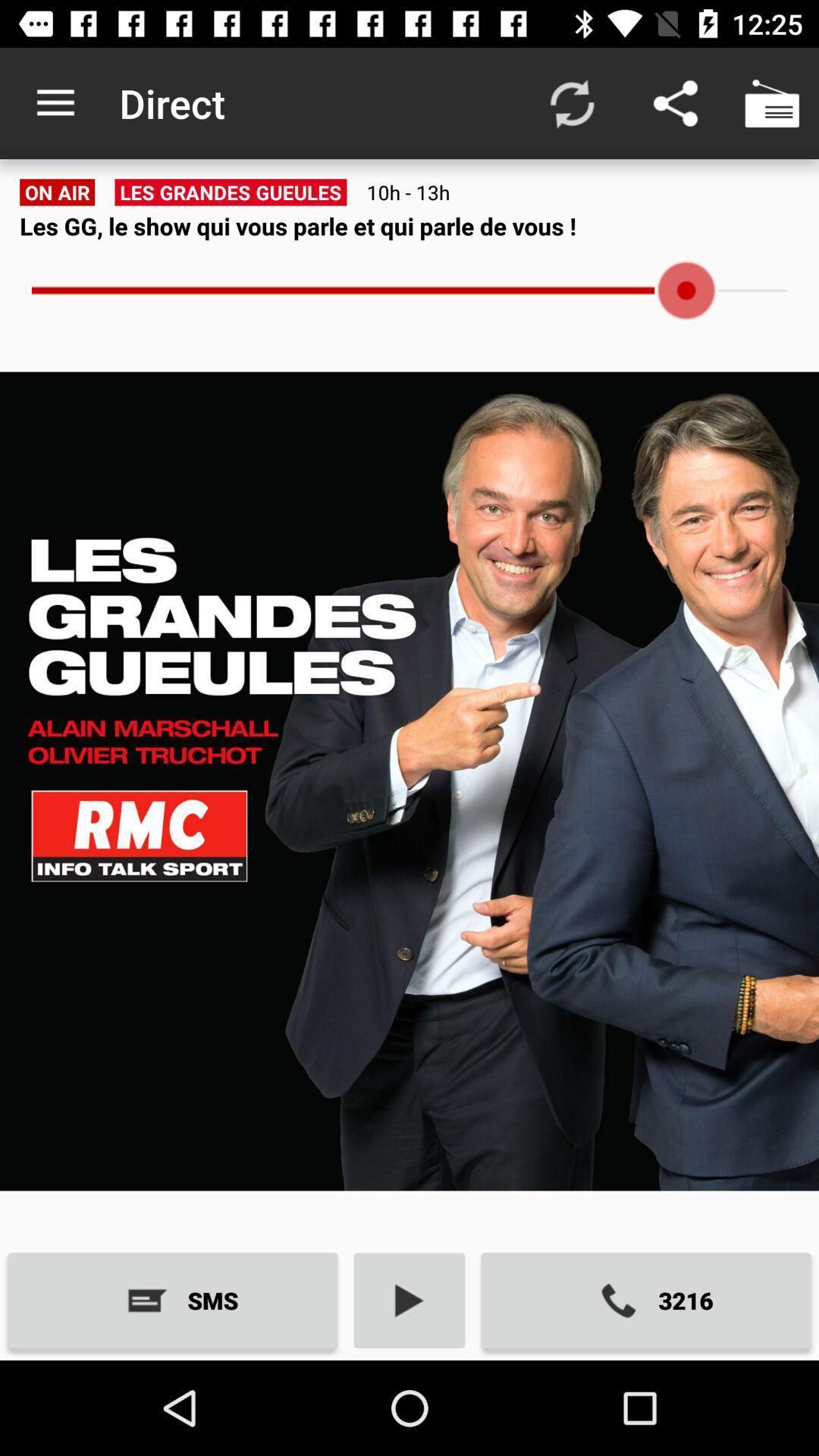 This screenshot has width=819, height=1456. What do you see at coordinates (55, 102) in the screenshot?
I see `app next to direct app` at bounding box center [55, 102].